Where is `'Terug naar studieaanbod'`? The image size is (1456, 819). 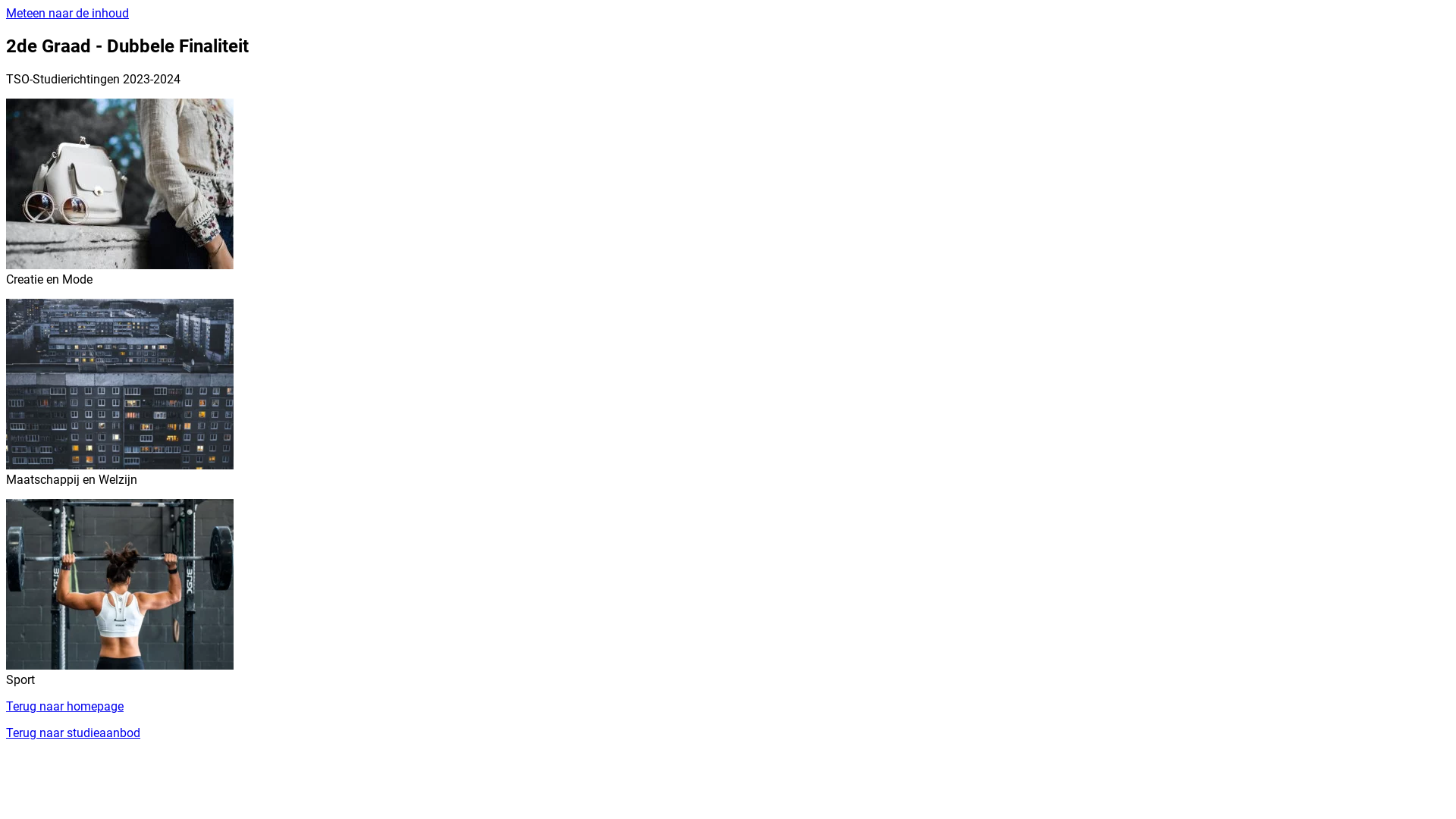
'Terug naar studieaanbod' is located at coordinates (72, 732).